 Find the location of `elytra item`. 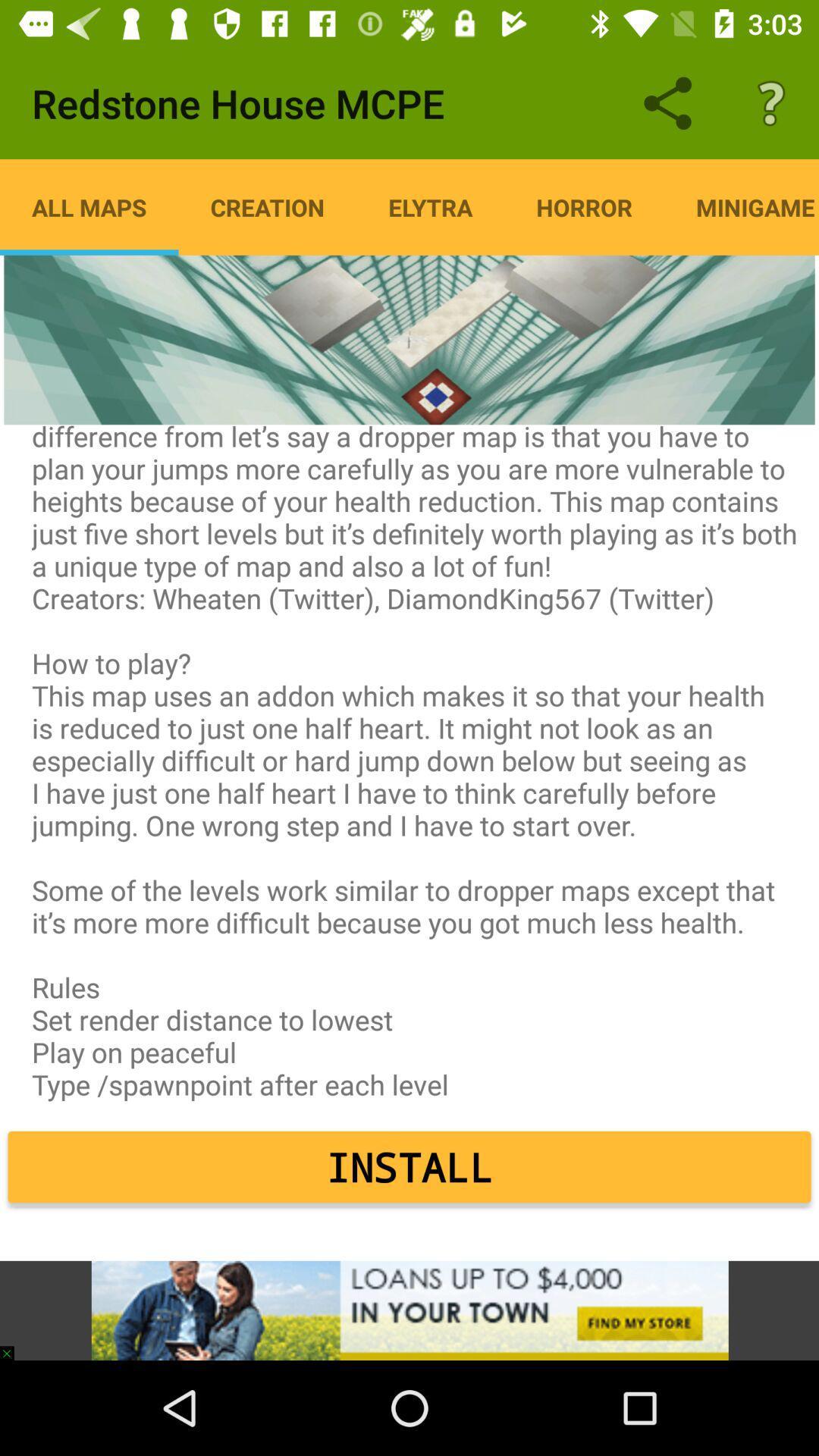

elytra item is located at coordinates (430, 206).